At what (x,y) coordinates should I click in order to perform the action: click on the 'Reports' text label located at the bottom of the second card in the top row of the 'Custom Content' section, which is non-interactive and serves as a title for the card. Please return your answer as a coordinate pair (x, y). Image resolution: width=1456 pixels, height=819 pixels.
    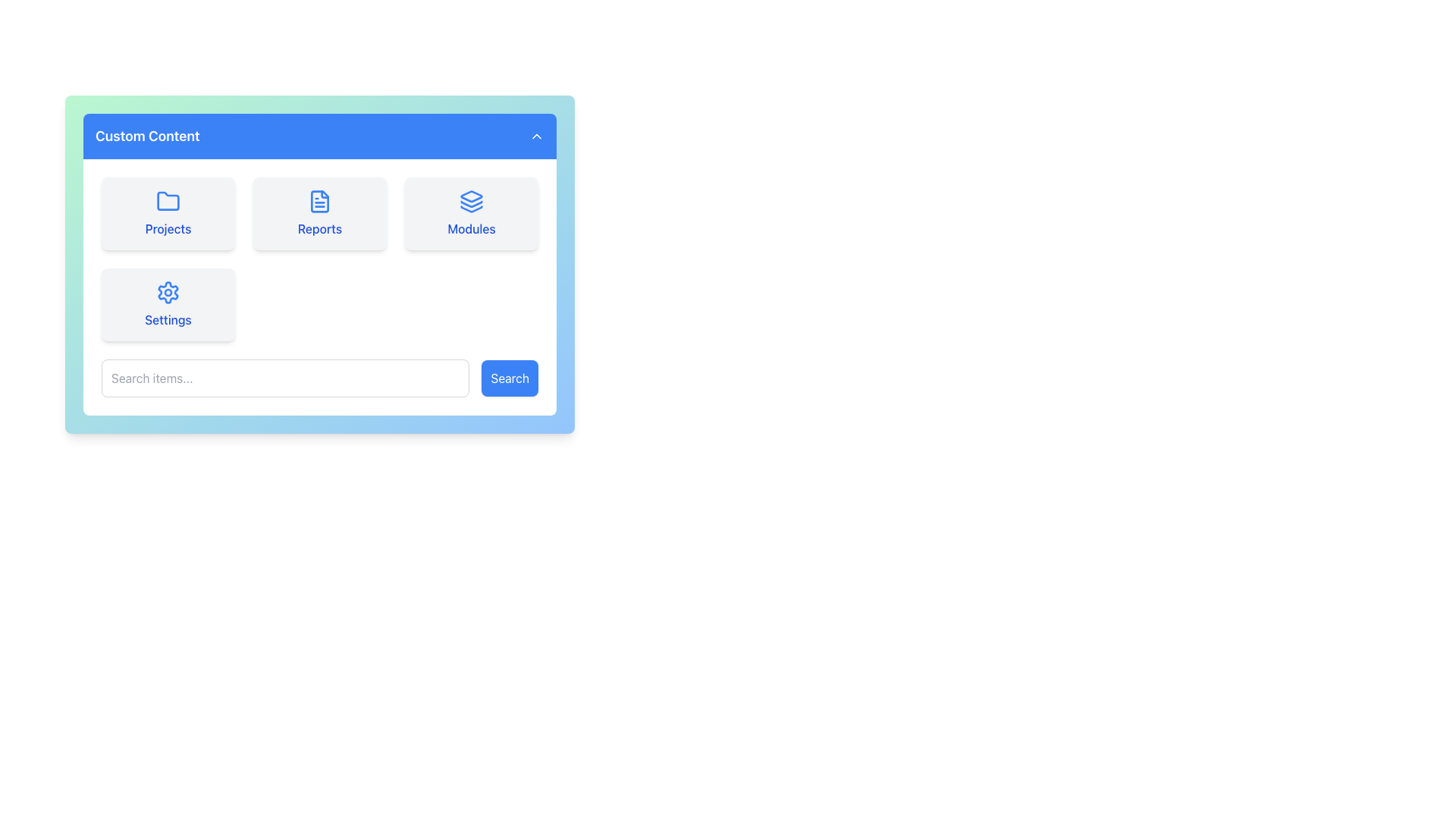
    Looking at the image, I should click on (319, 228).